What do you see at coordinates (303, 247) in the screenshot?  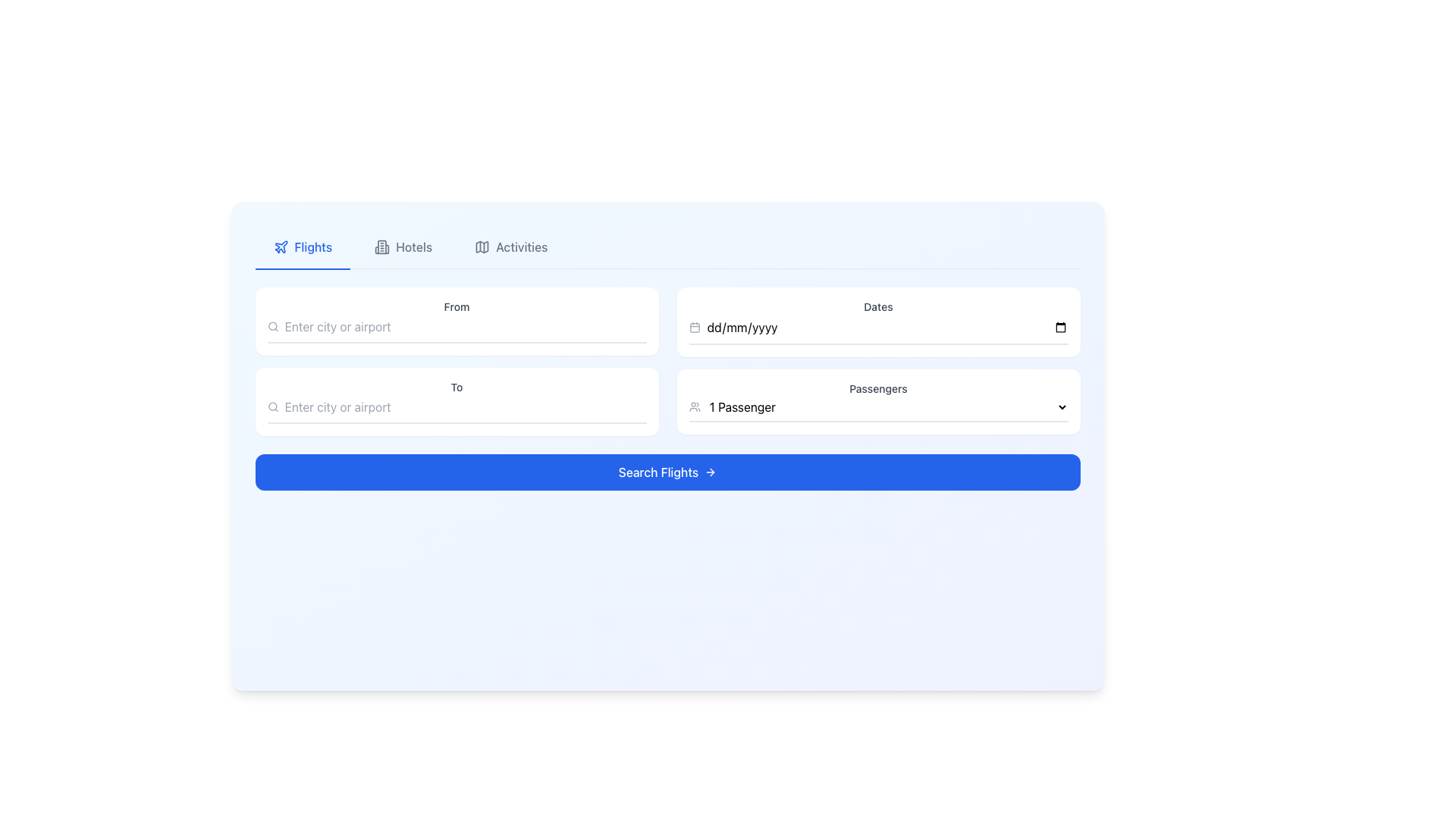 I see `the 'Flights' tab with a blue airplane icon` at bounding box center [303, 247].